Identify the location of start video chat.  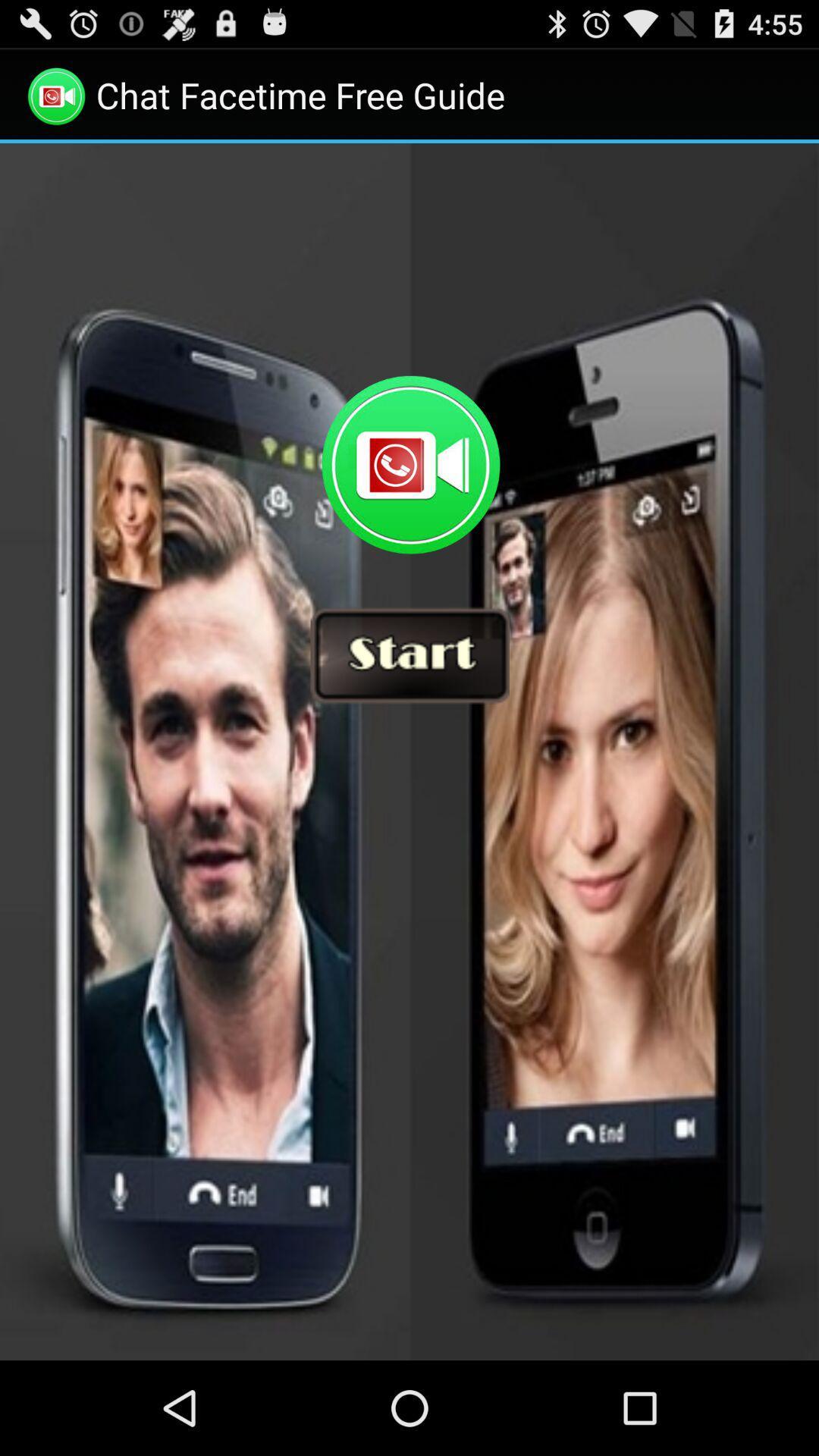
(409, 752).